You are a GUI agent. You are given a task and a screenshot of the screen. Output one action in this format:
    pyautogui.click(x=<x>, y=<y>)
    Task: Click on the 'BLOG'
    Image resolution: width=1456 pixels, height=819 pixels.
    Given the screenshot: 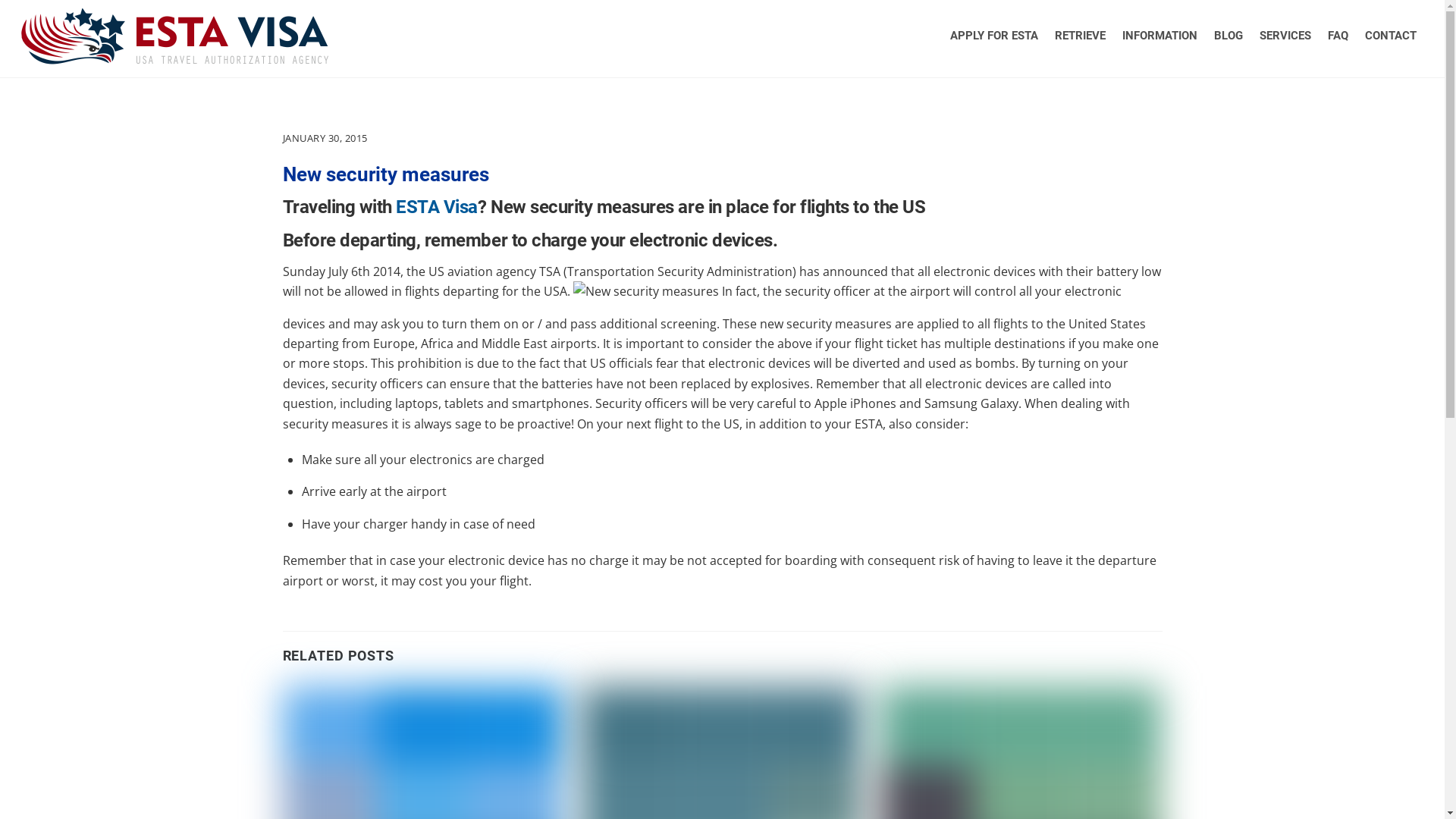 What is the action you would take?
    pyautogui.click(x=1228, y=34)
    